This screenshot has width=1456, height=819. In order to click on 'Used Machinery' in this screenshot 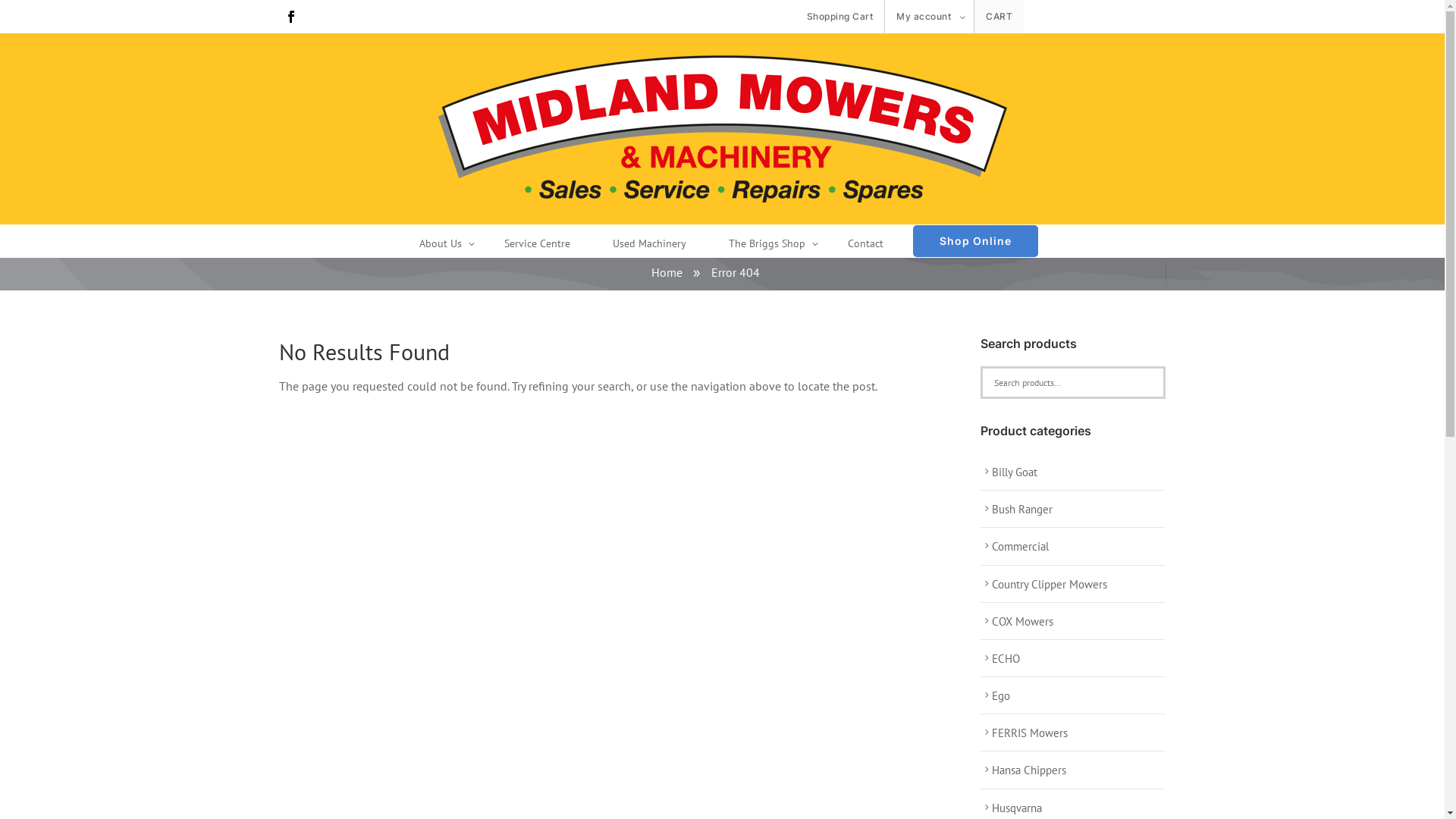, I will do `click(649, 245)`.